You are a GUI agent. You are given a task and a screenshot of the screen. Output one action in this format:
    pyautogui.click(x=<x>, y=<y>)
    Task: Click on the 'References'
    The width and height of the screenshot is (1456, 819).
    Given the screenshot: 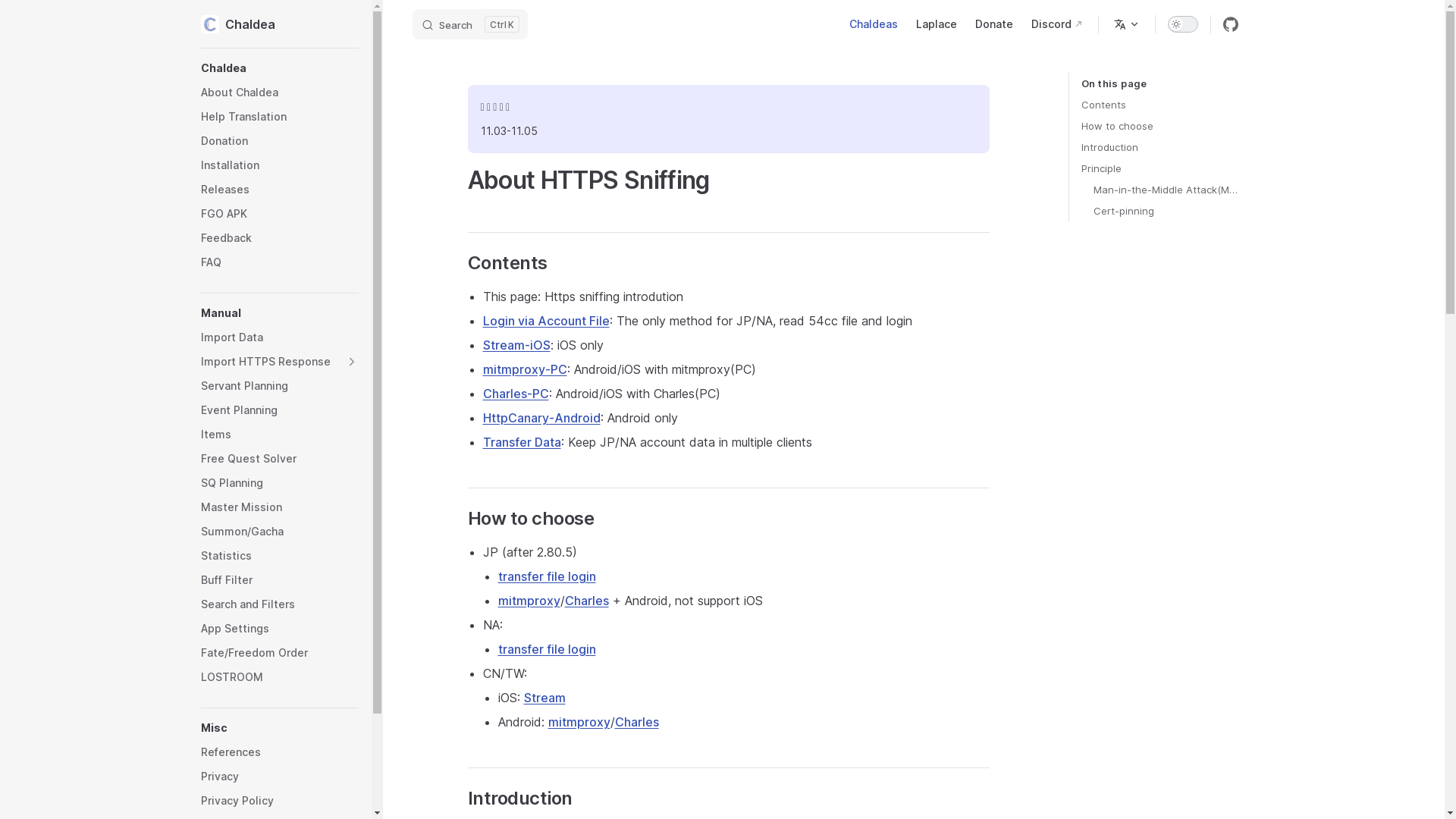 What is the action you would take?
    pyautogui.click(x=279, y=752)
    